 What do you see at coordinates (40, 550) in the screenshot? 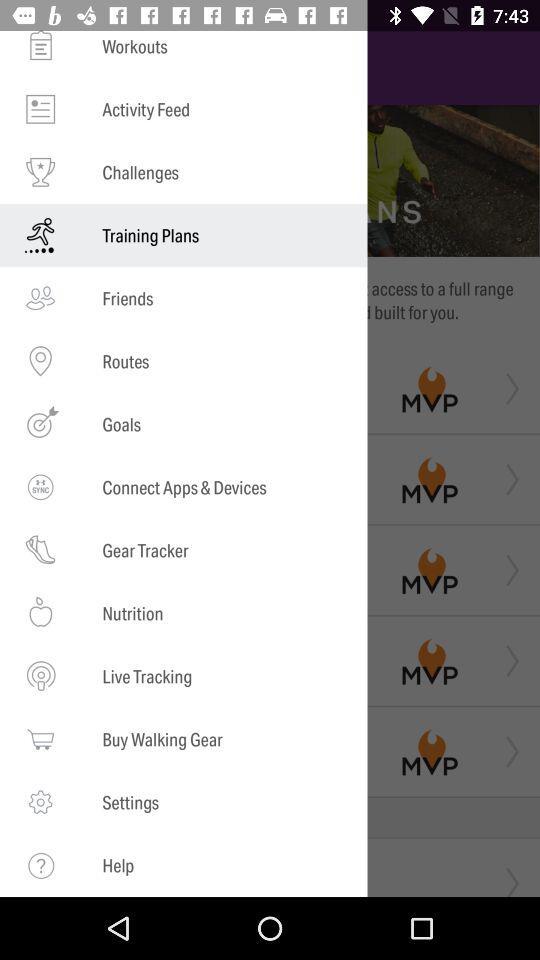
I see `the shoe option which says gear tracker` at bounding box center [40, 550].